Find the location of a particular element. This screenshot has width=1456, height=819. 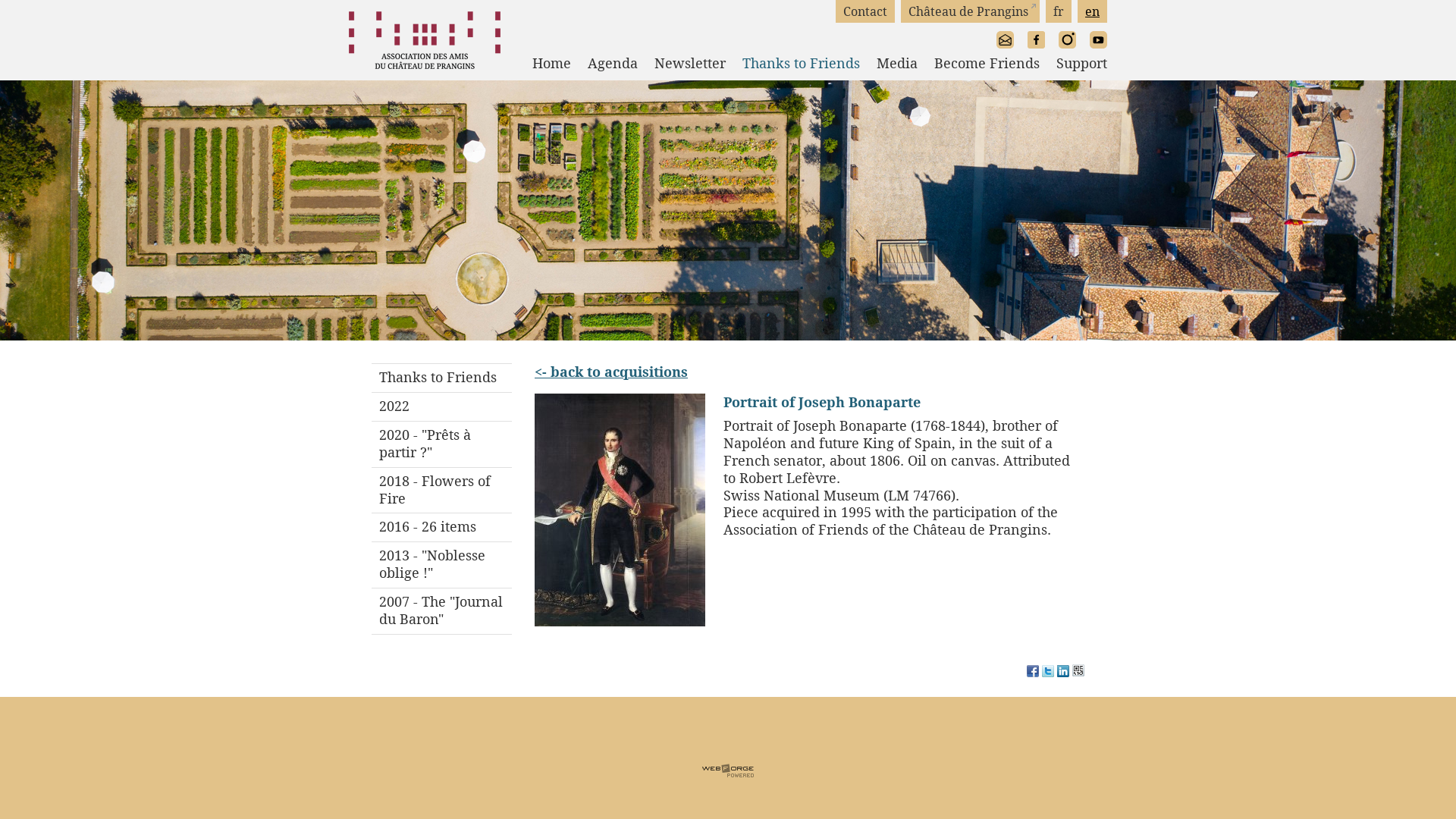

'Agenda' is located at coordinates (603, 63).